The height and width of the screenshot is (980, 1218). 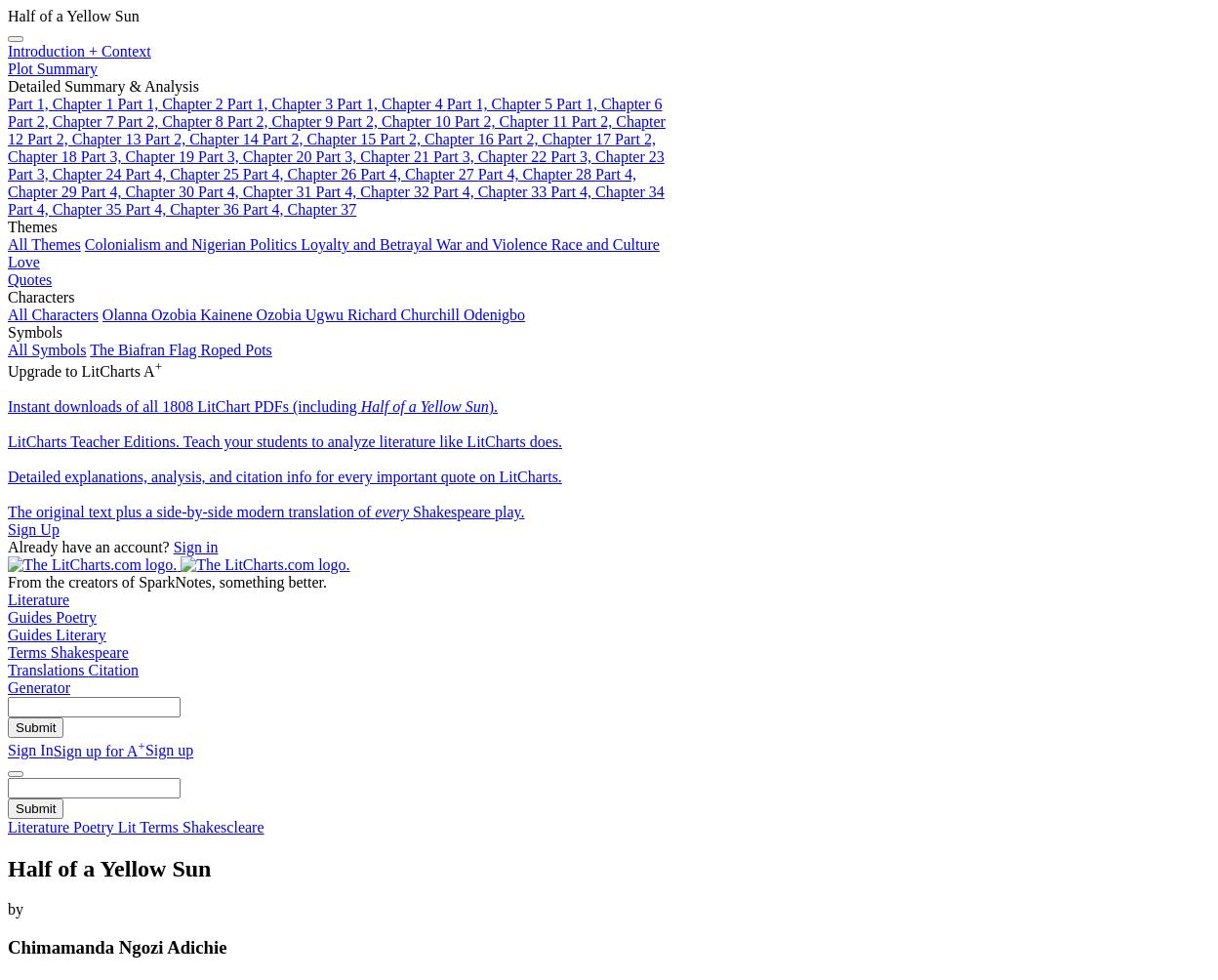 What do you see at coordinates (149, 826) in the screenshot?
I see `'Lit Terms'` at bounding box center [149, 826].